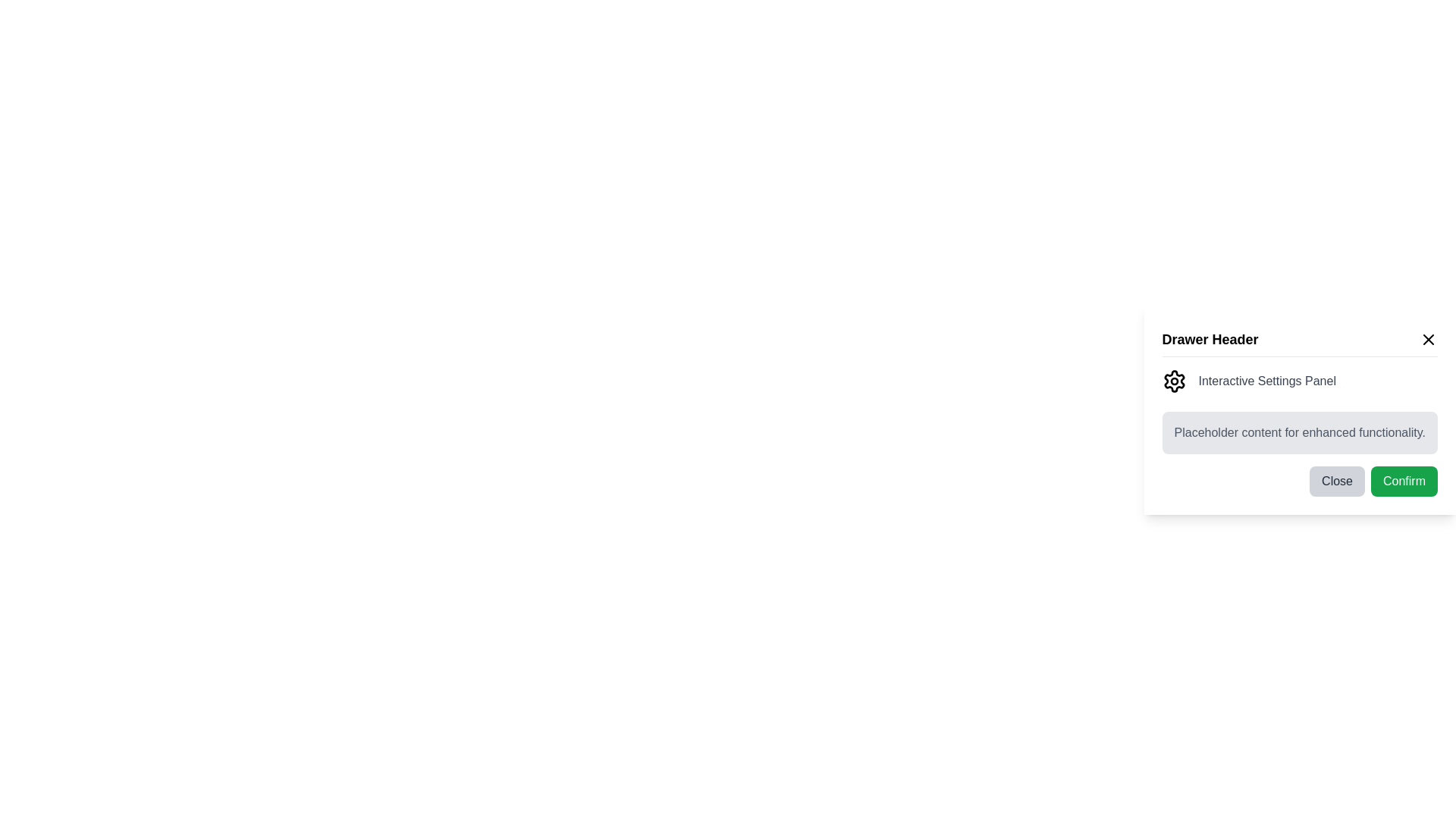  I want to click on the 'X' symbol line element within the SVG graphic, so click(1427, 338).